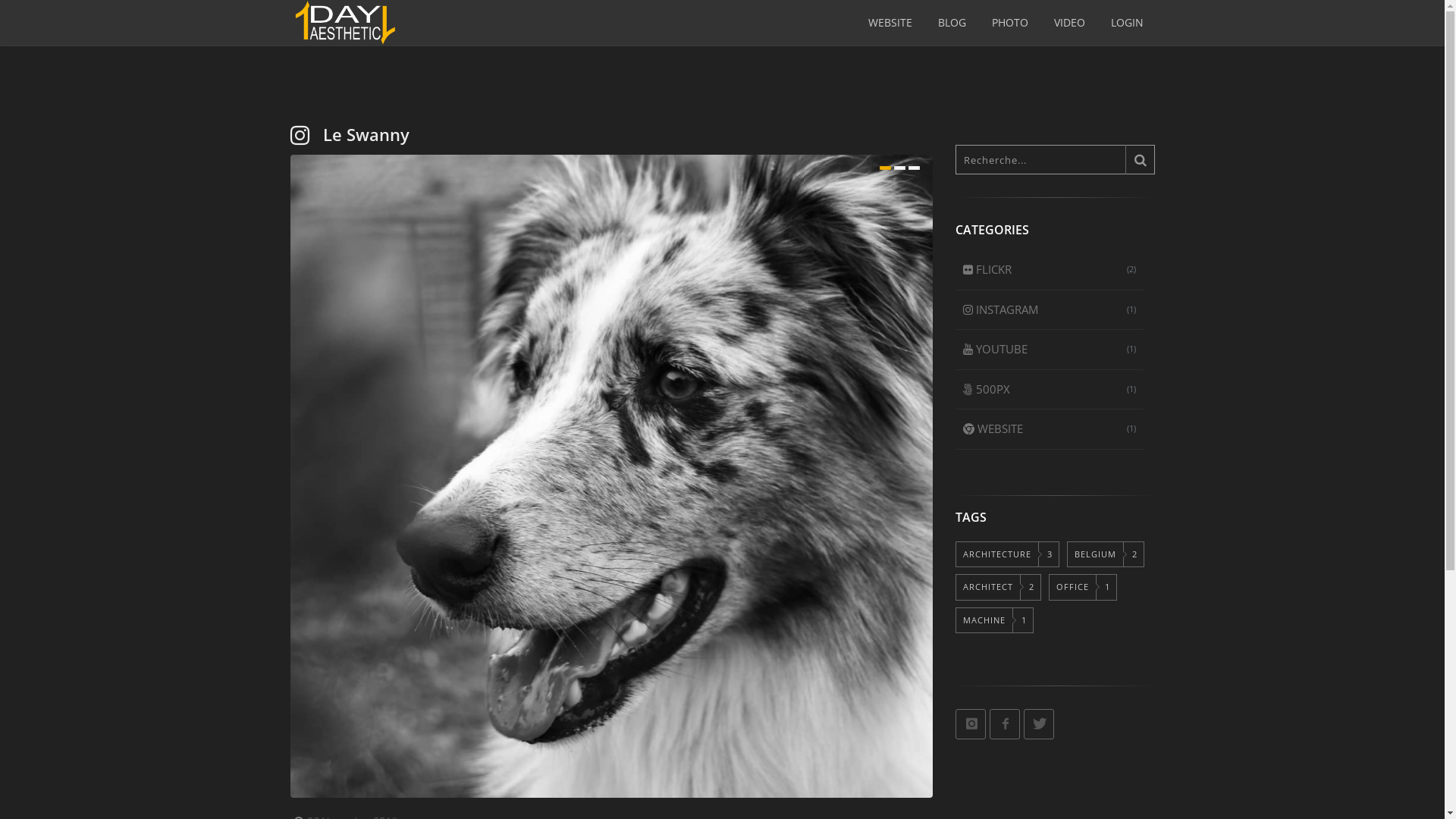 Image resolution: width=1456 pixels, height=819 pixels. Describe the element at coordinates (1048, 309) in the screenshot. I see `'(1)` at that location.